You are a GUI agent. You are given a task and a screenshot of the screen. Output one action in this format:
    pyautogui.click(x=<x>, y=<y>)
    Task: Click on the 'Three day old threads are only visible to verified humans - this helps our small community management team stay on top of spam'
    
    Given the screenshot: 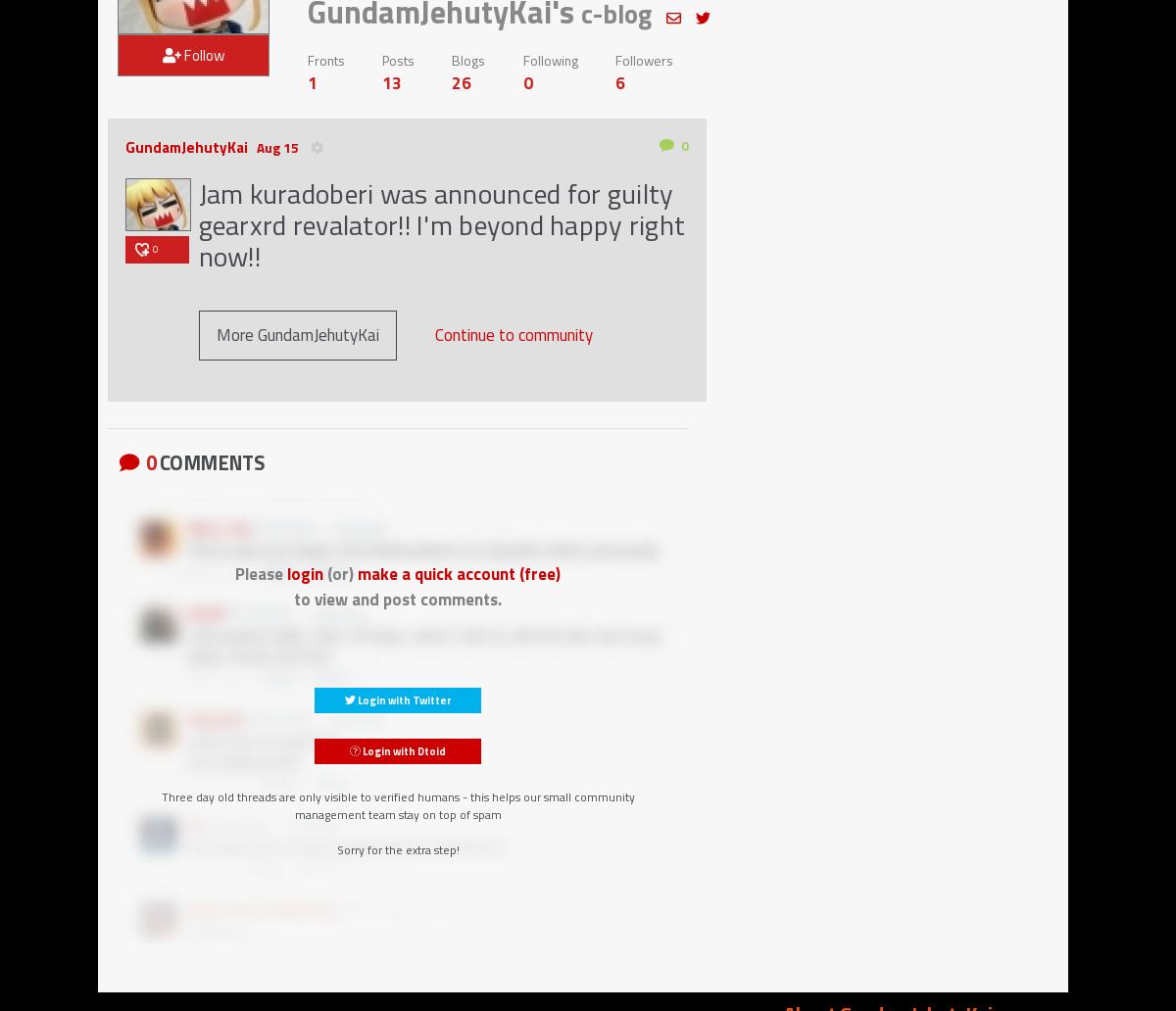 What is the action you would take?
    pyautogui.click(x=160, y=804)
    